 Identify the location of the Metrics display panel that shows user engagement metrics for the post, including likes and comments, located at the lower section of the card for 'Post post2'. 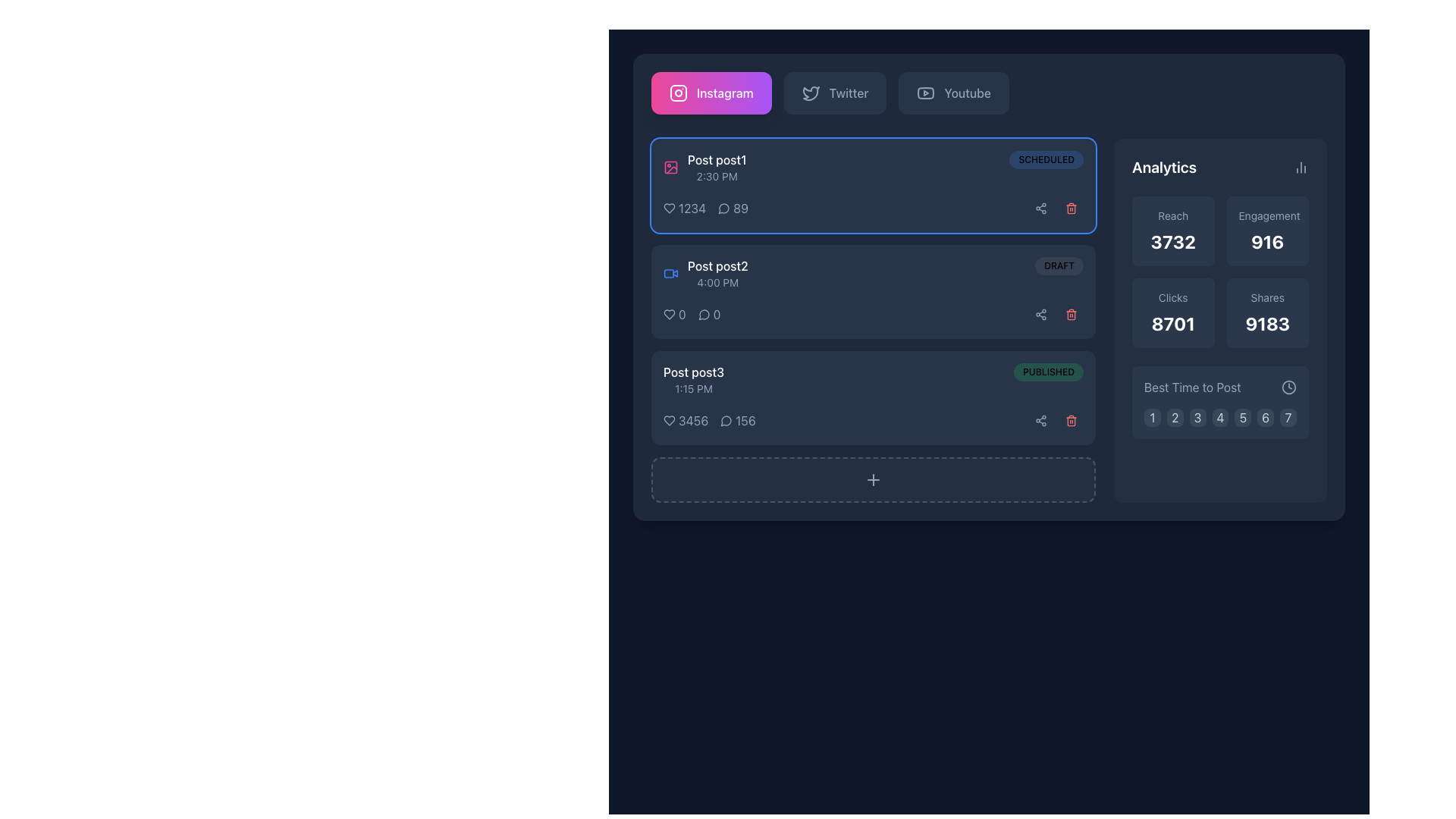
(691, 314).